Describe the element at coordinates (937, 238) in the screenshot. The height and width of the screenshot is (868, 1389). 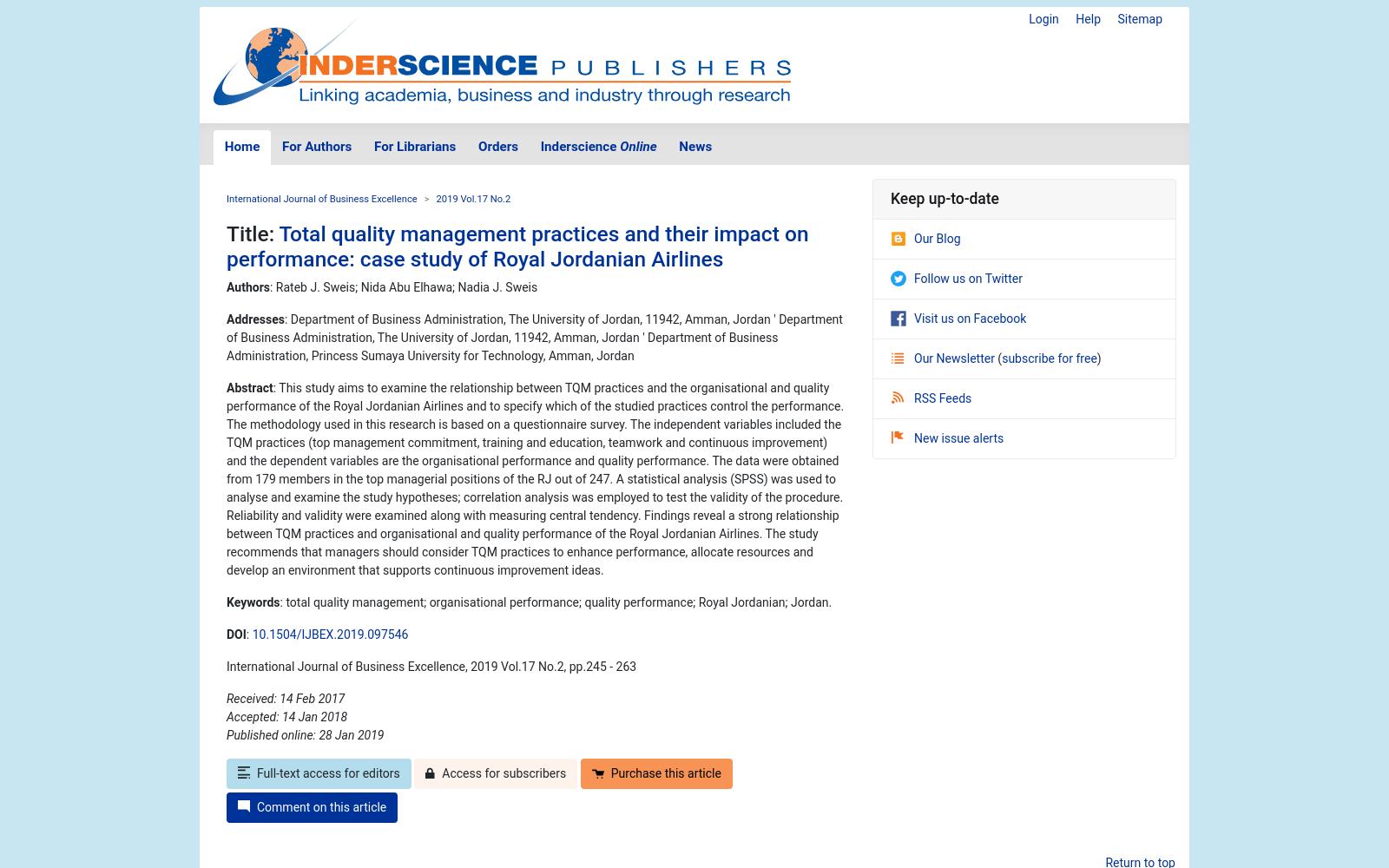
I see `'Our Blog'` at that location.